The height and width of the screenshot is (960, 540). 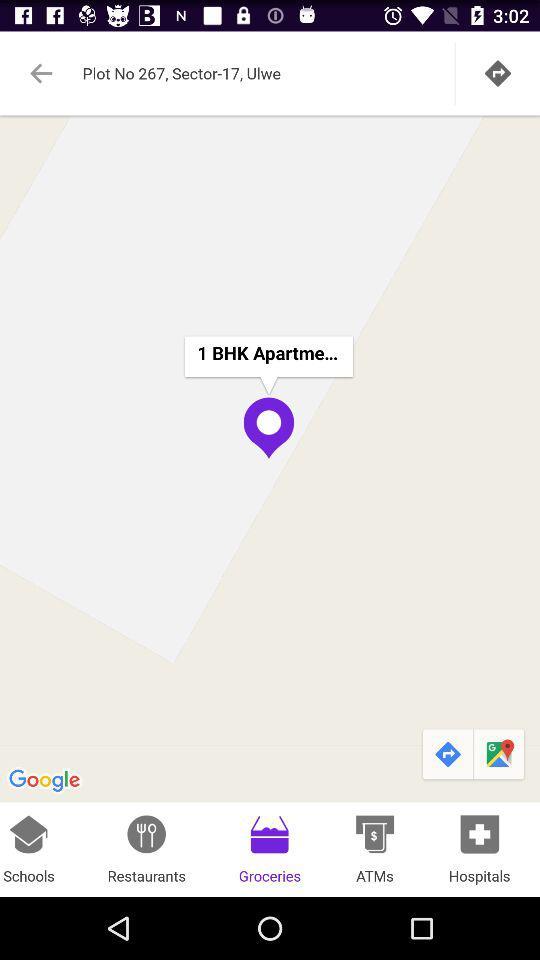 I want to click on tap the go icon at the top right corner, so click(x=496, y=73).